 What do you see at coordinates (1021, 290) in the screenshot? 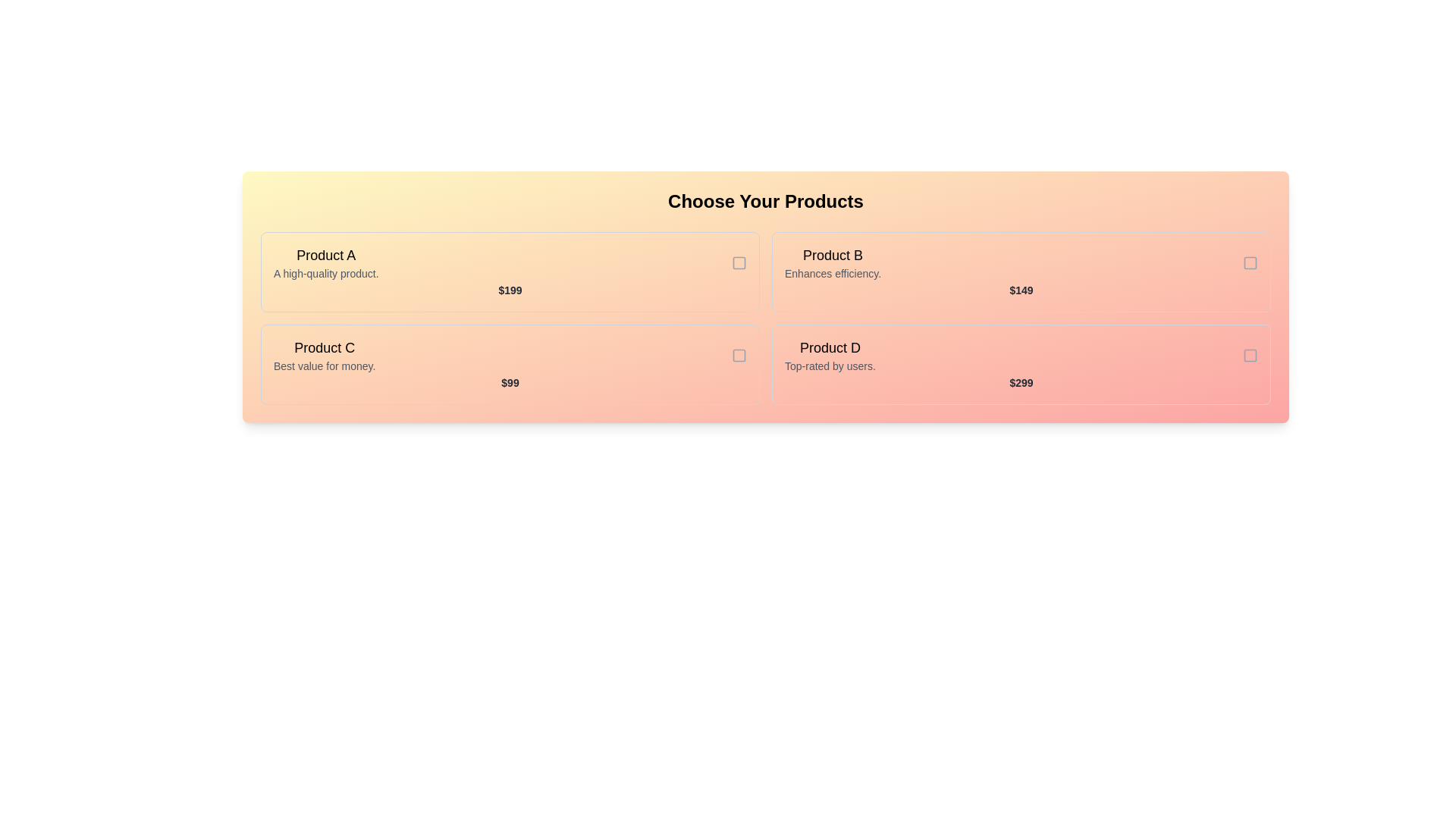
I see `the price of Product B` at bounding box center [1021, 290].